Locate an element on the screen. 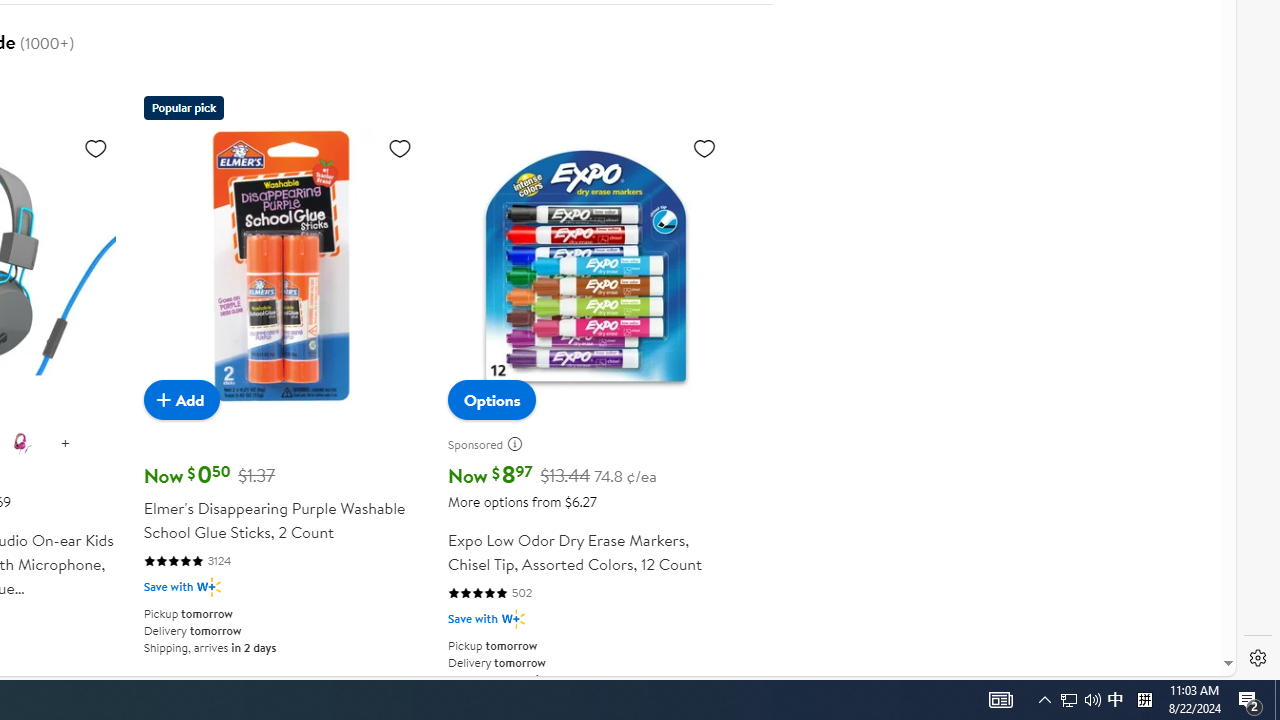 This screenshot has height=720, width=1280. 'Walmart Plus' is located at coordinates (513, 618).